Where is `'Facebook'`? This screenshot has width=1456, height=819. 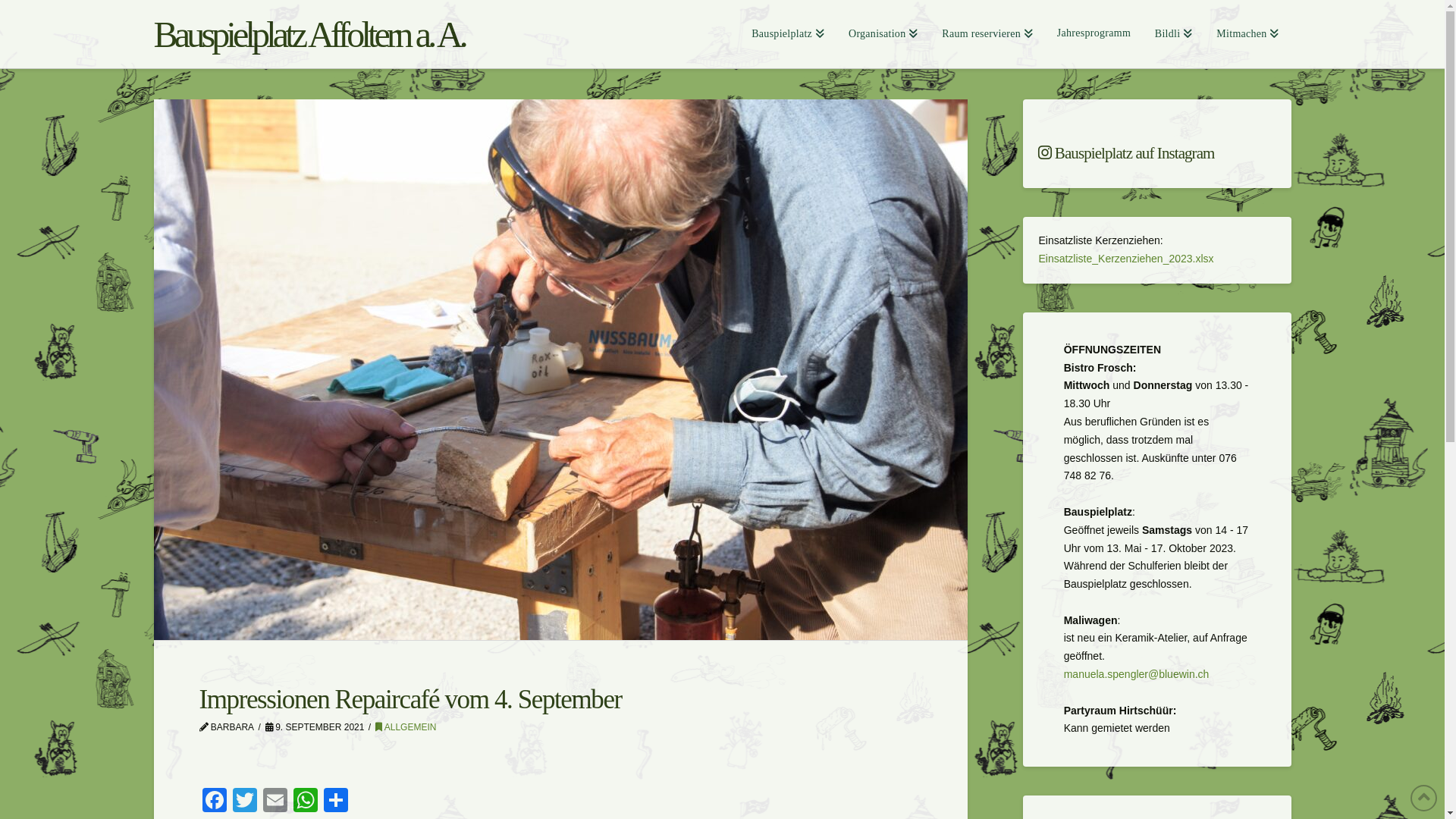
'Facebook' is located at coordinates (213, 801).